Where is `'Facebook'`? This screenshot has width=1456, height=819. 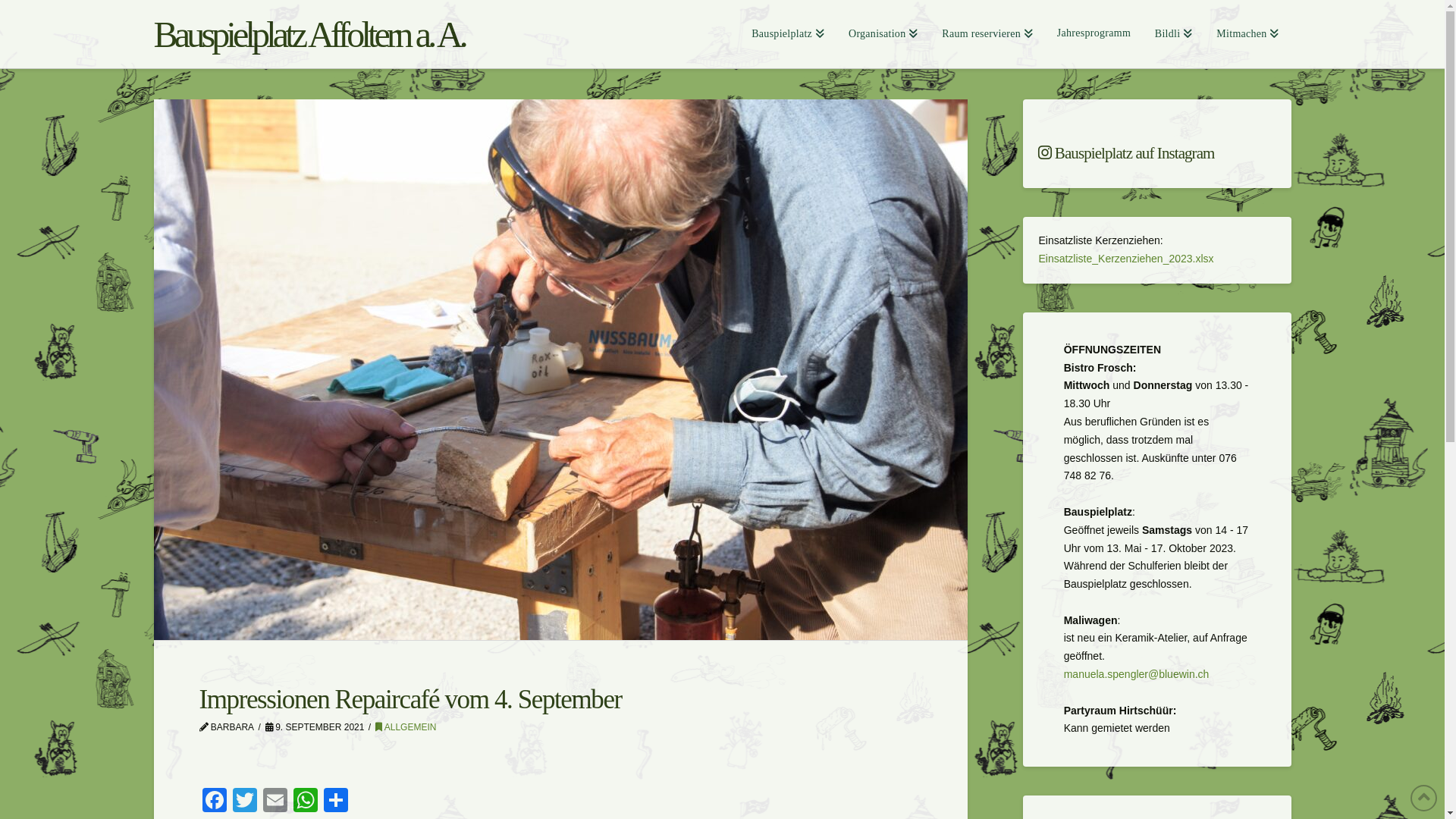
'Facebook' is located at coordinates (213, 801).